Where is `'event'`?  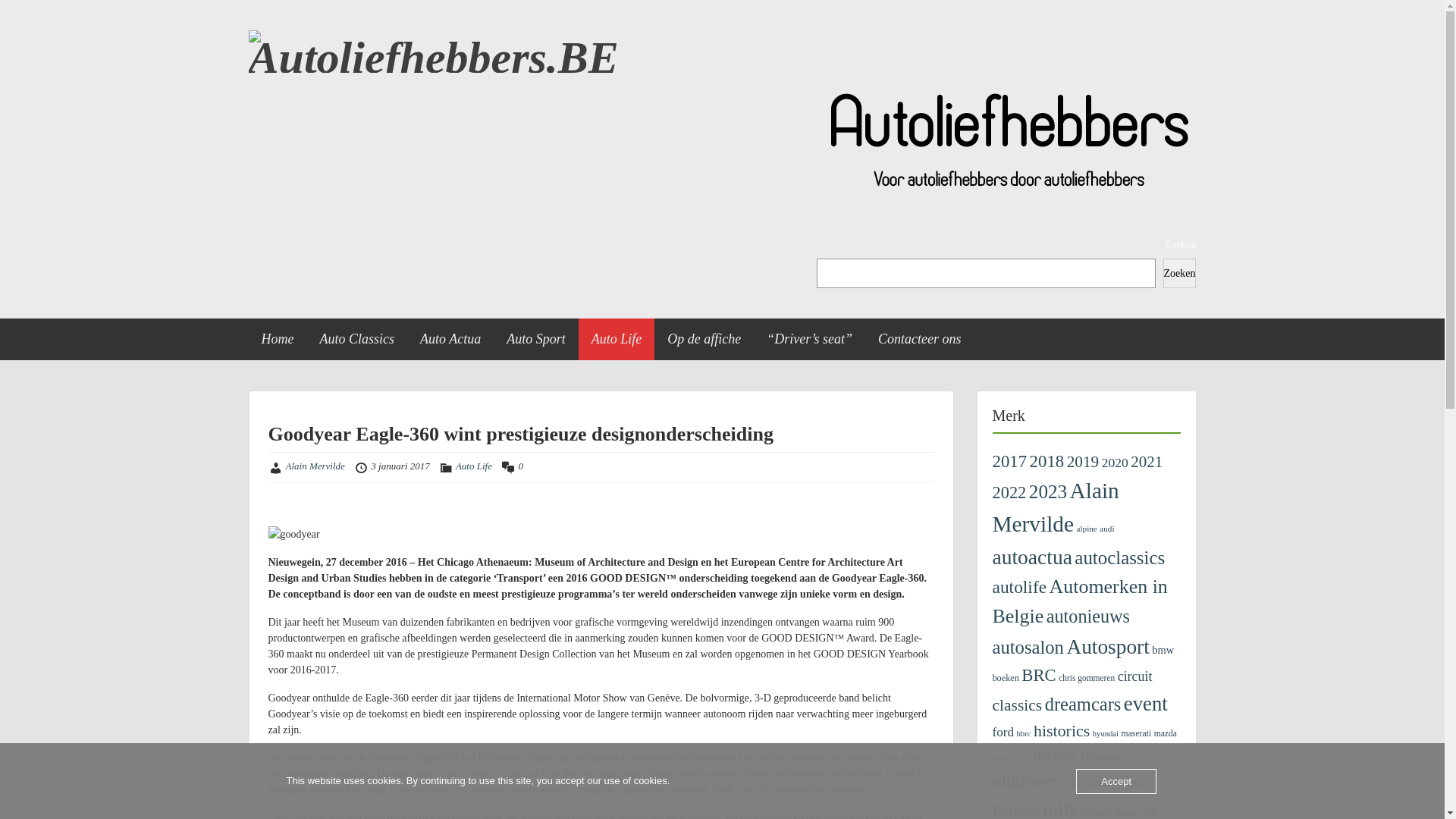
'event' is located at coordinates (1146, 704).